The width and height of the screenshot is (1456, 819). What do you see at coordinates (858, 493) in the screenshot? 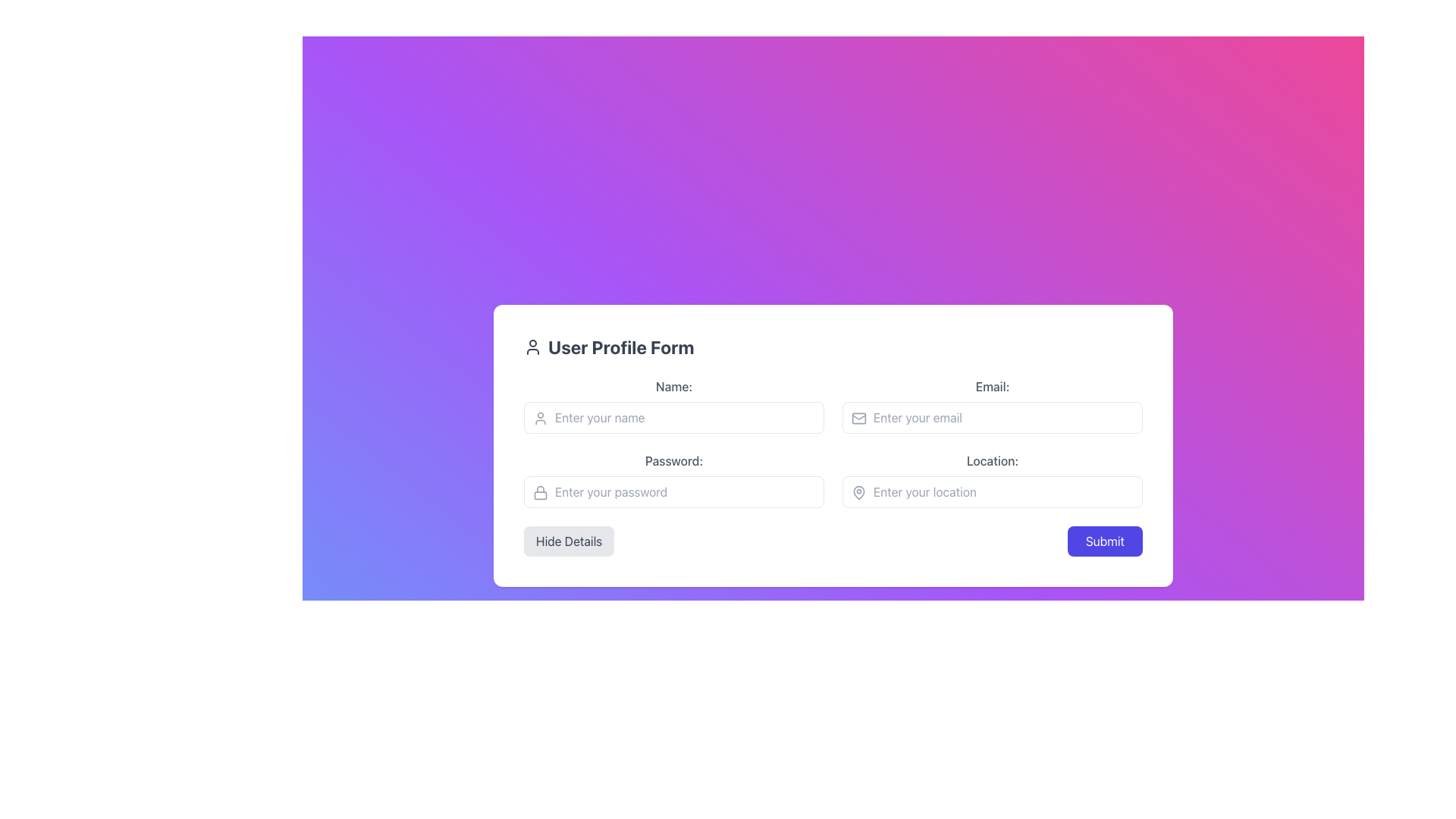
I see `the map pin icon located within the 'Location' input box, which has gray outlines and no fill` at bounding box center [858, 493].